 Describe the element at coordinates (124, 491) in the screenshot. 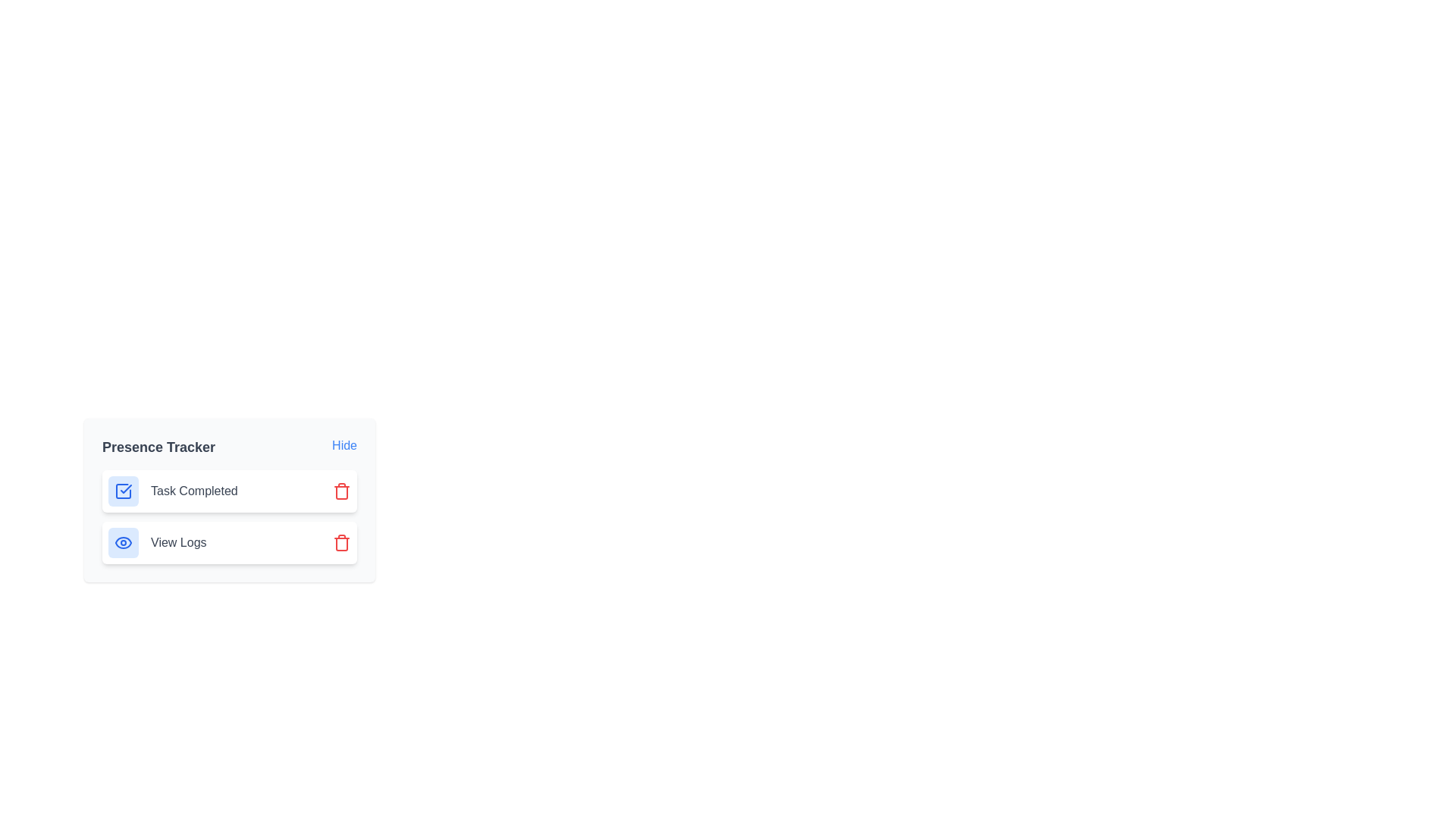

I see `the checkbox icon in the first row labeled 'Task Completed', identifiable by its square shape with rounded corners` at that location.